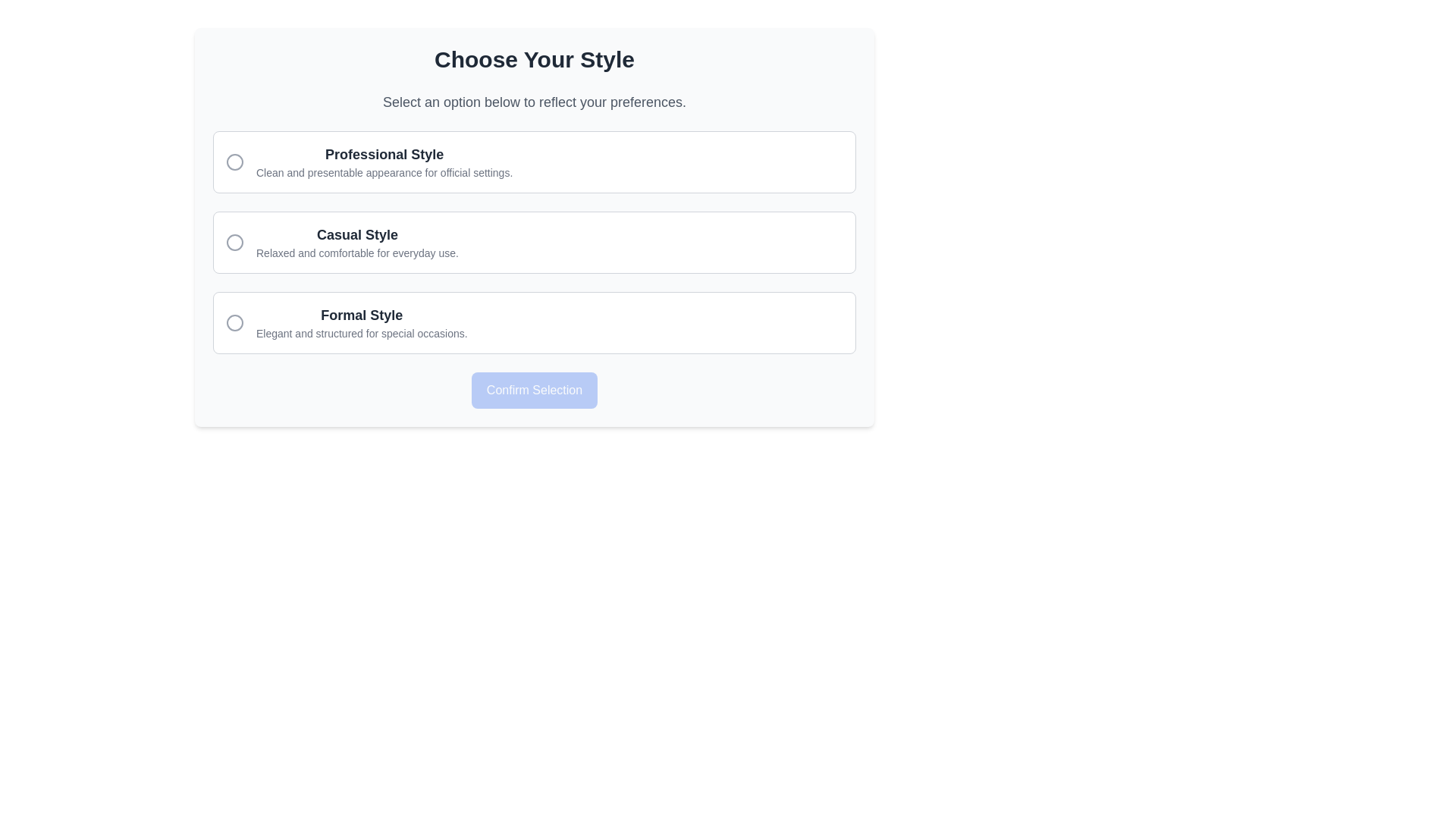  I want to click on the radio button within the 'Choose Your Style' group, so click(535, 242).